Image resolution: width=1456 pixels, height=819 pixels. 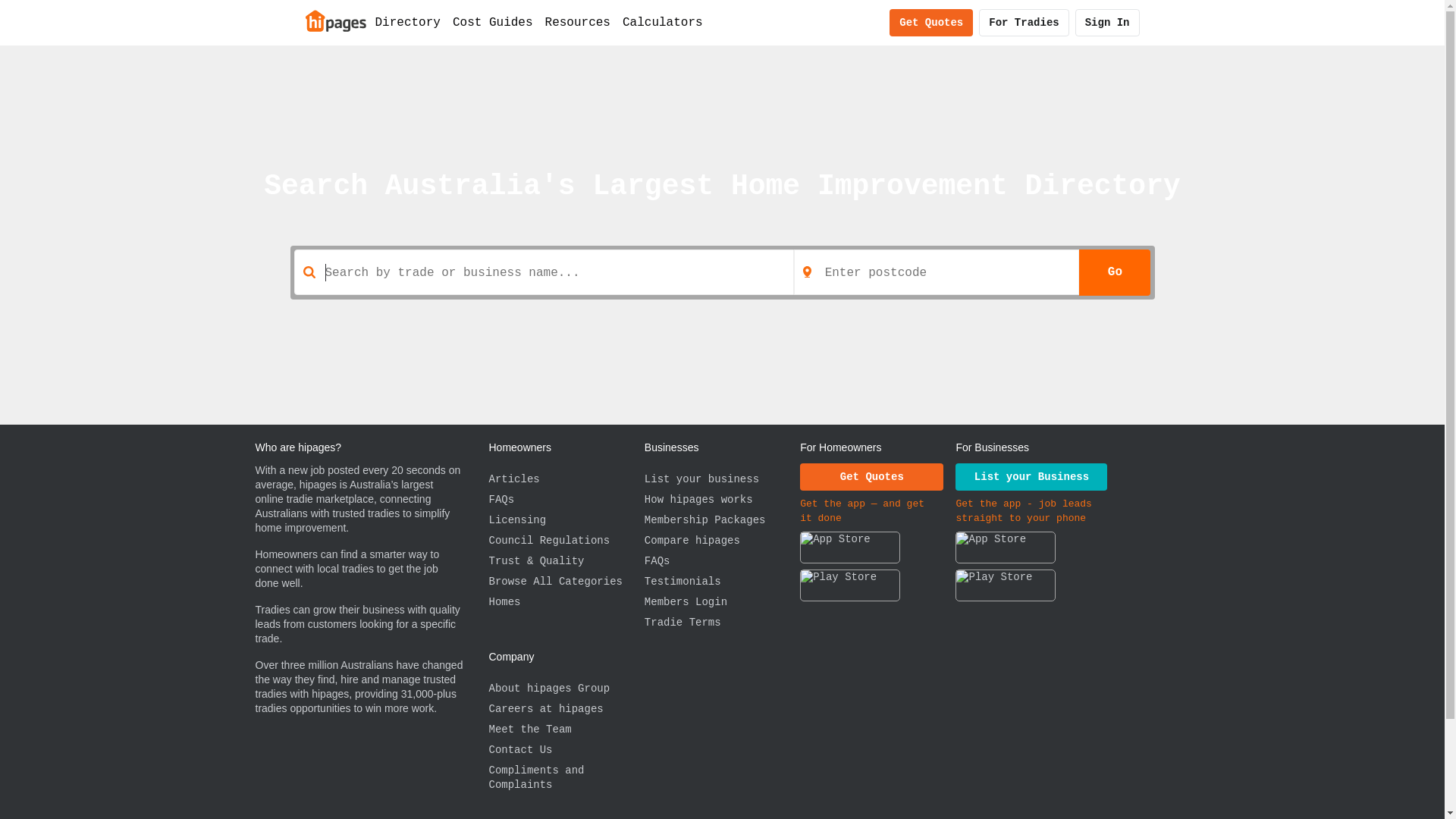 What do you see at coordinates (1114, 271) in the screenshot?
I see `'Go'` at bounding box center [1114, 271].